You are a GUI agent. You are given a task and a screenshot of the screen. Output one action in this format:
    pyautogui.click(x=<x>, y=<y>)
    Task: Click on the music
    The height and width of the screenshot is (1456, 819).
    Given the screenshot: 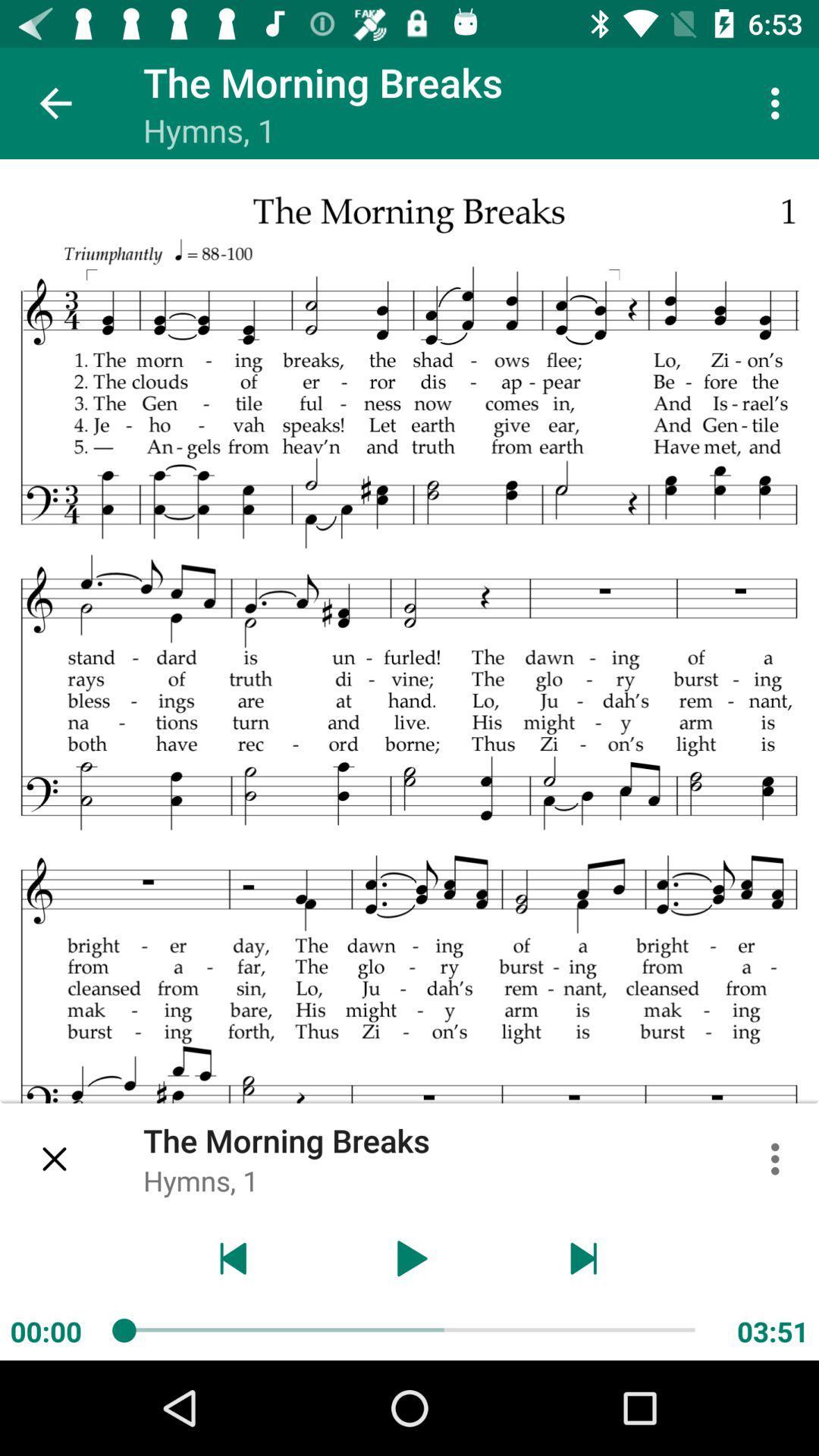 What is the action you would take?
    pyautogui.click(x=409, y=1258)
    